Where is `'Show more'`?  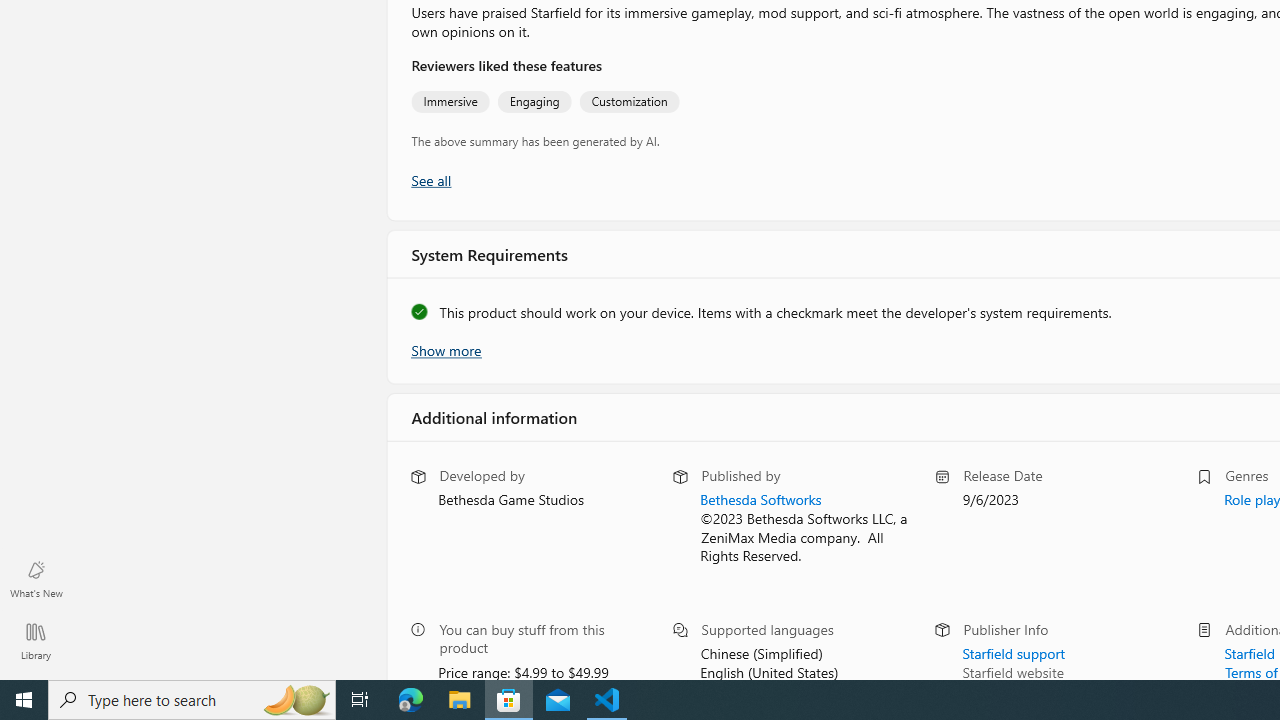
'Show more' is located at coordinates (444, 347).